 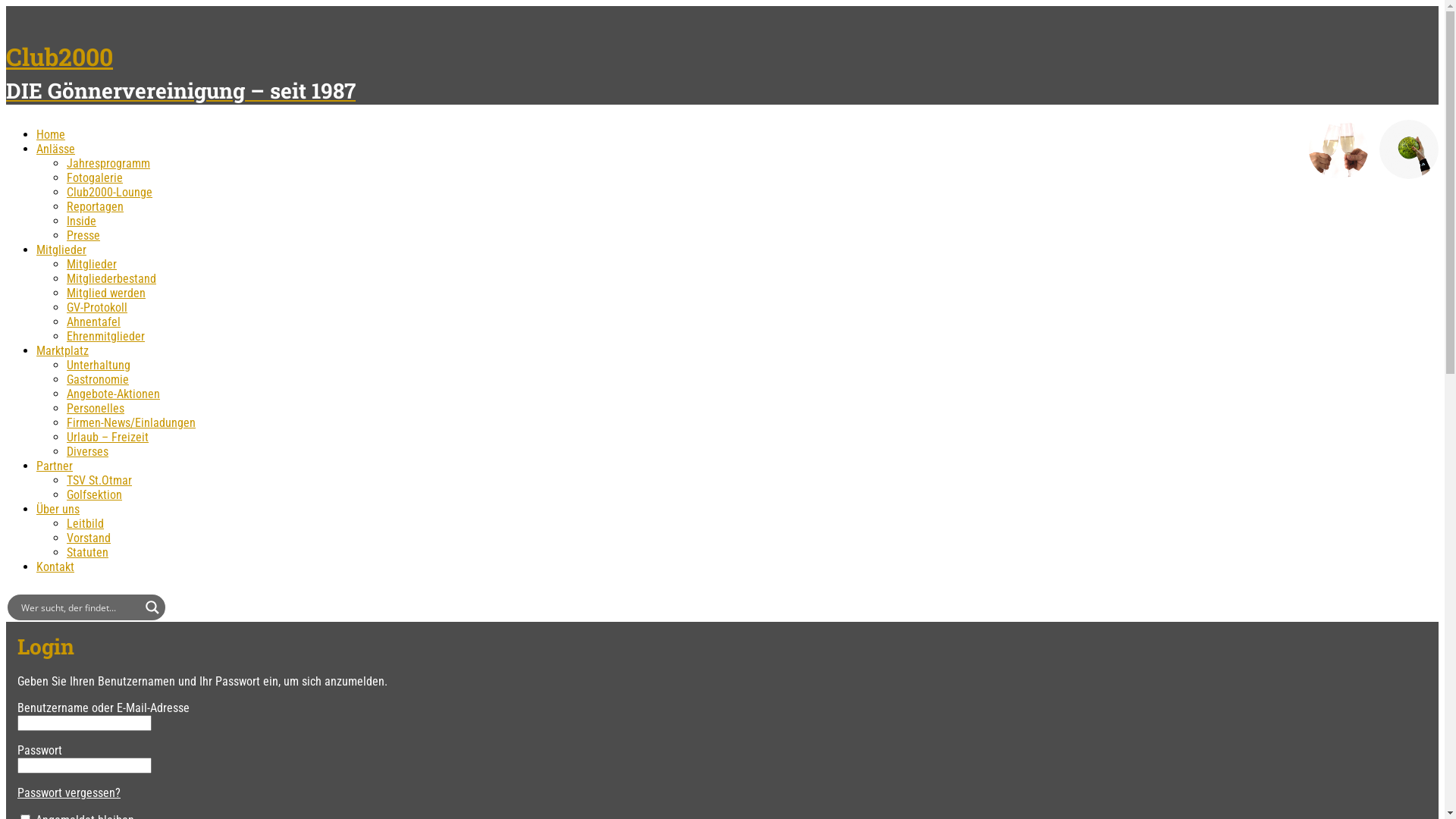 I want to click on 'Jahresprogramm', so click(x=108, y=163).